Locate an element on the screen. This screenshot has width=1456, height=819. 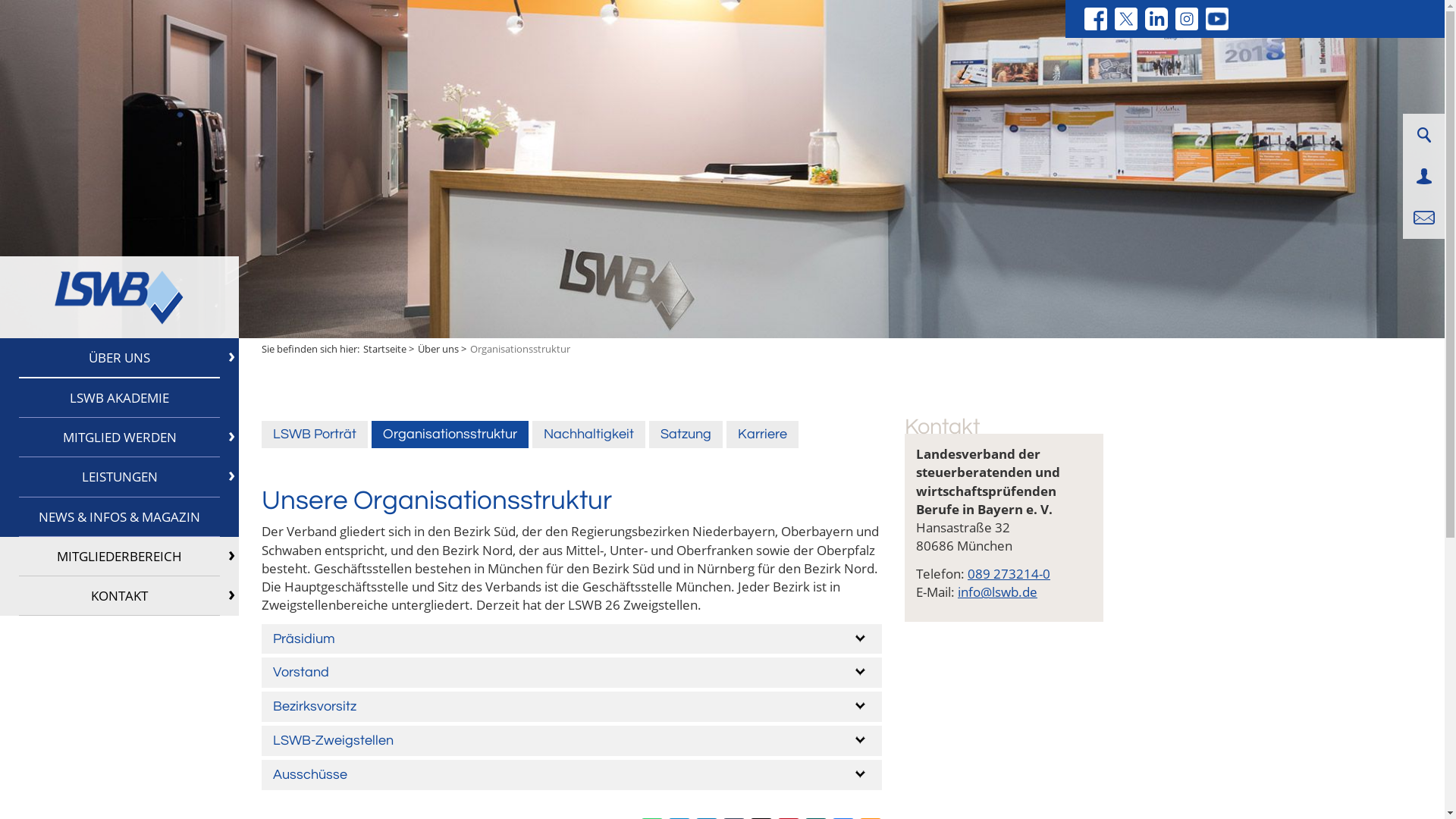
'LSWB' is located at coordinates (118, 297).